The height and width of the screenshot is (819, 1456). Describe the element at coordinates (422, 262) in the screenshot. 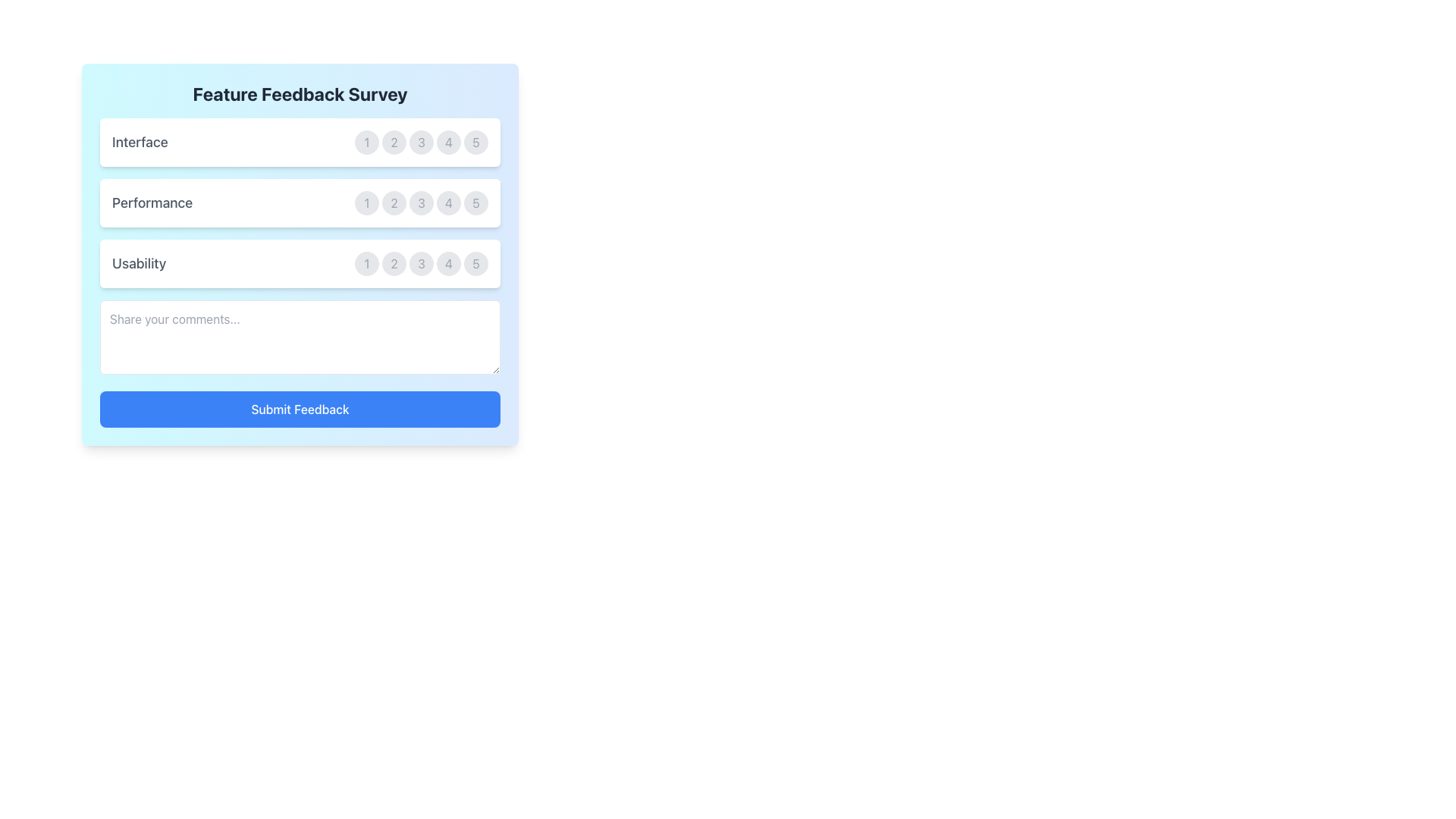

I see `the third button labeled 'Usability' in the feedback survey` at that location.